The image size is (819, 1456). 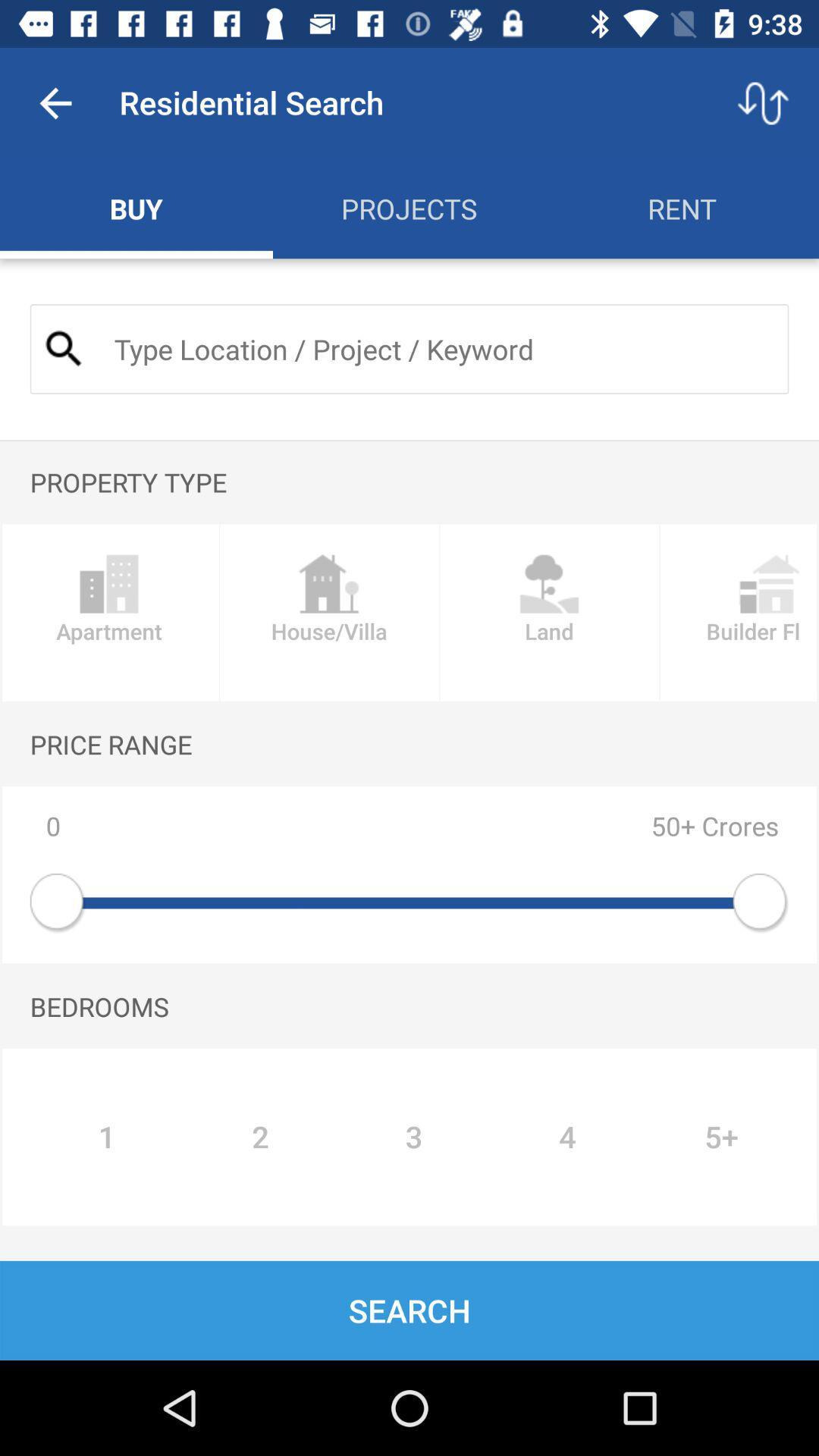 I want to click on the icon to the right of 1, so click(x=259, y=1137).